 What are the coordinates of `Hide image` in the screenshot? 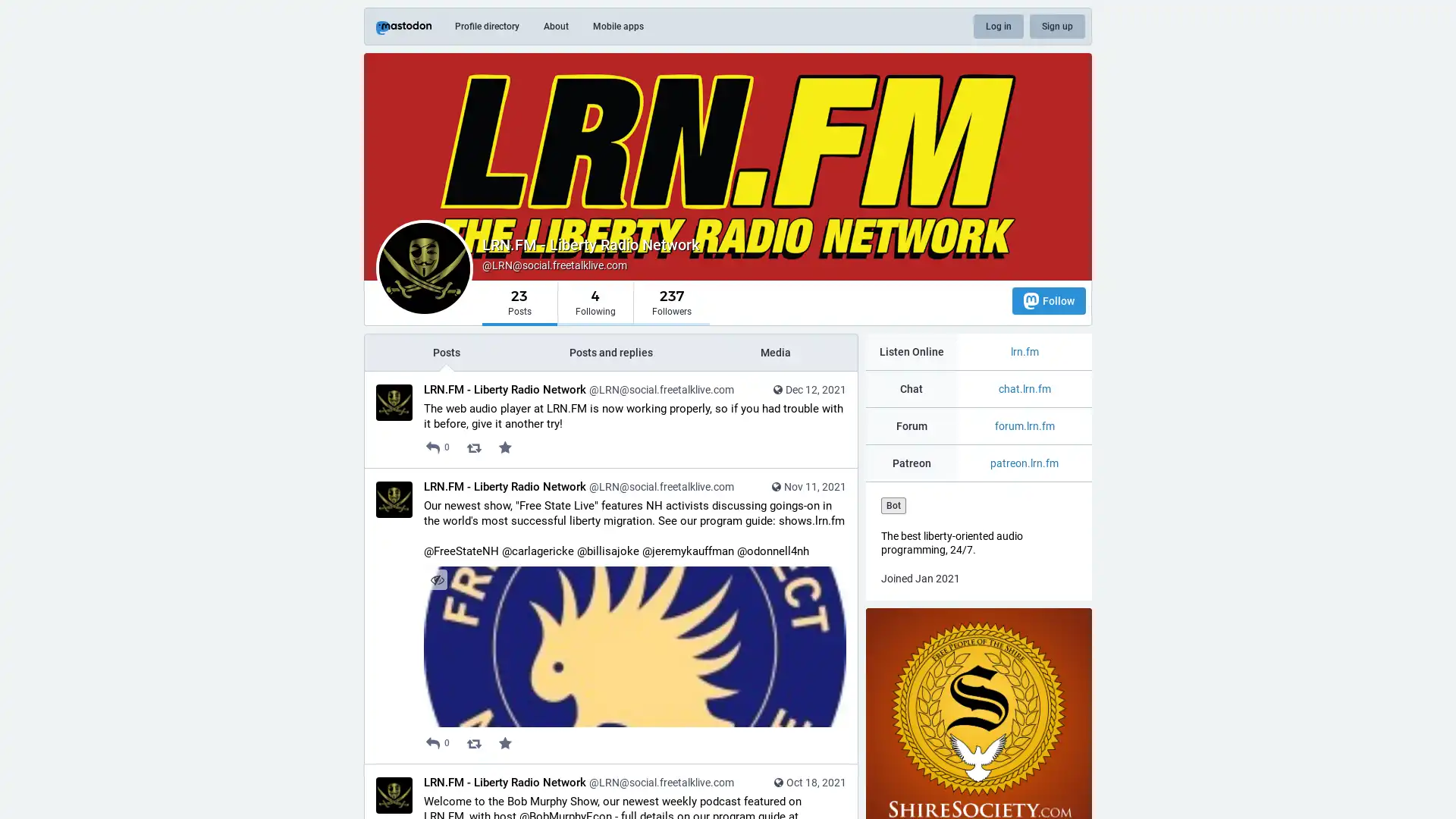 It's located at (436, 579).